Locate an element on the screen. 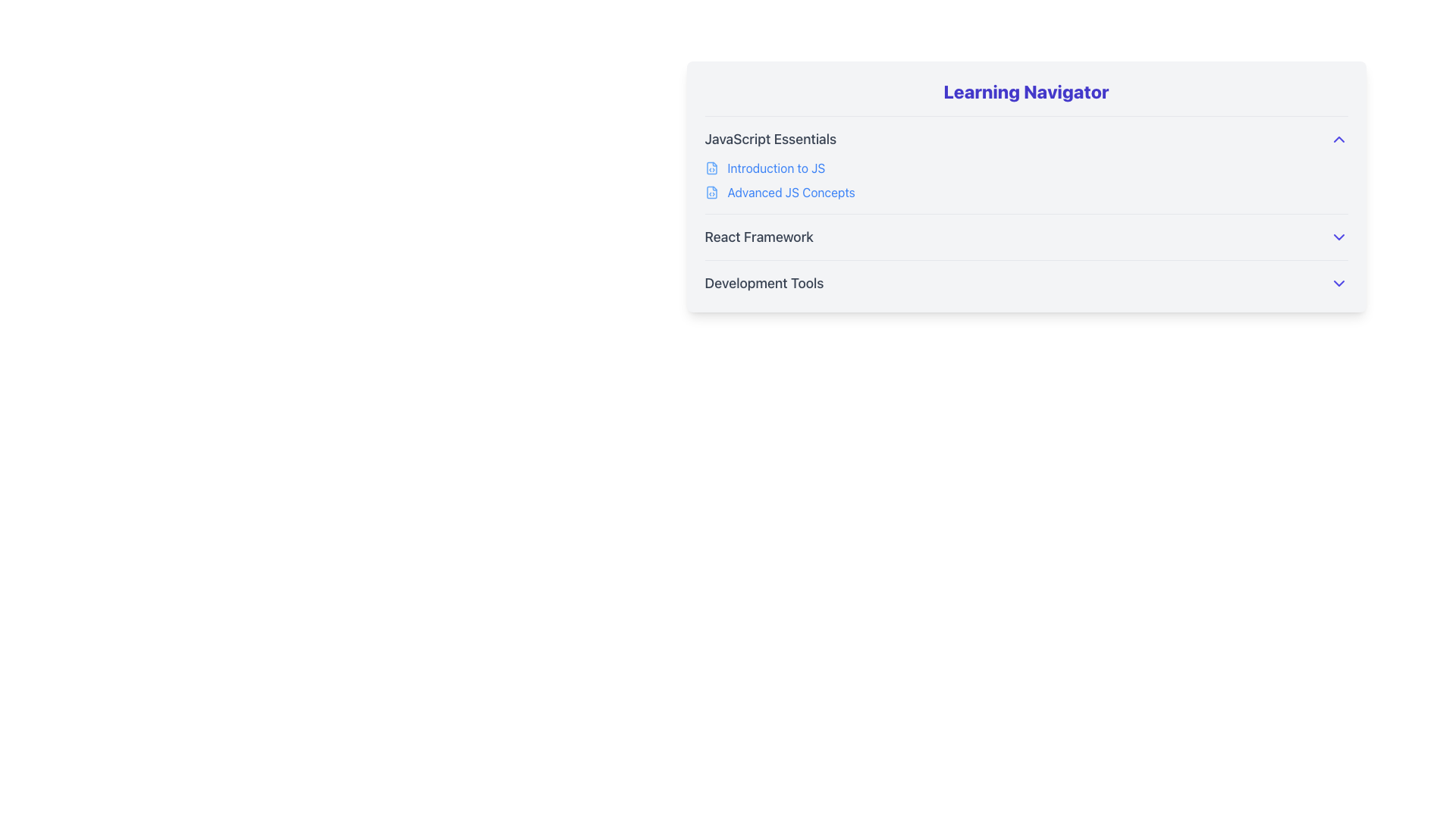 The image size is (1456, 819). the static text element styled as a heading with the content 'JavaScript Essentials' located within the 'Learning Navigator' section is located at coordinates (770, 140).